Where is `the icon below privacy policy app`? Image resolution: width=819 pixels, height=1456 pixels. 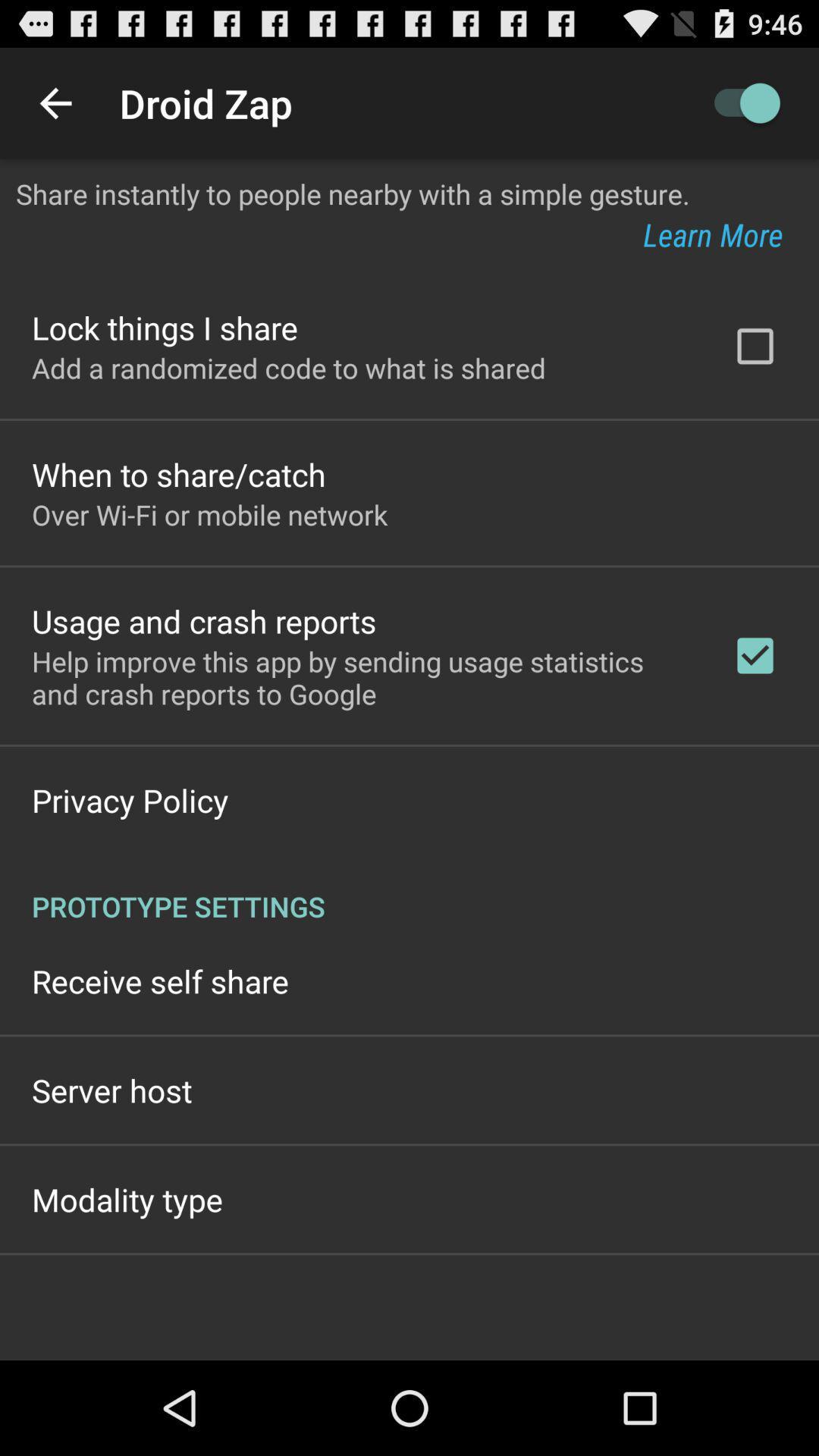
the icon below privacy policy app is located at coordinates (409, 890).